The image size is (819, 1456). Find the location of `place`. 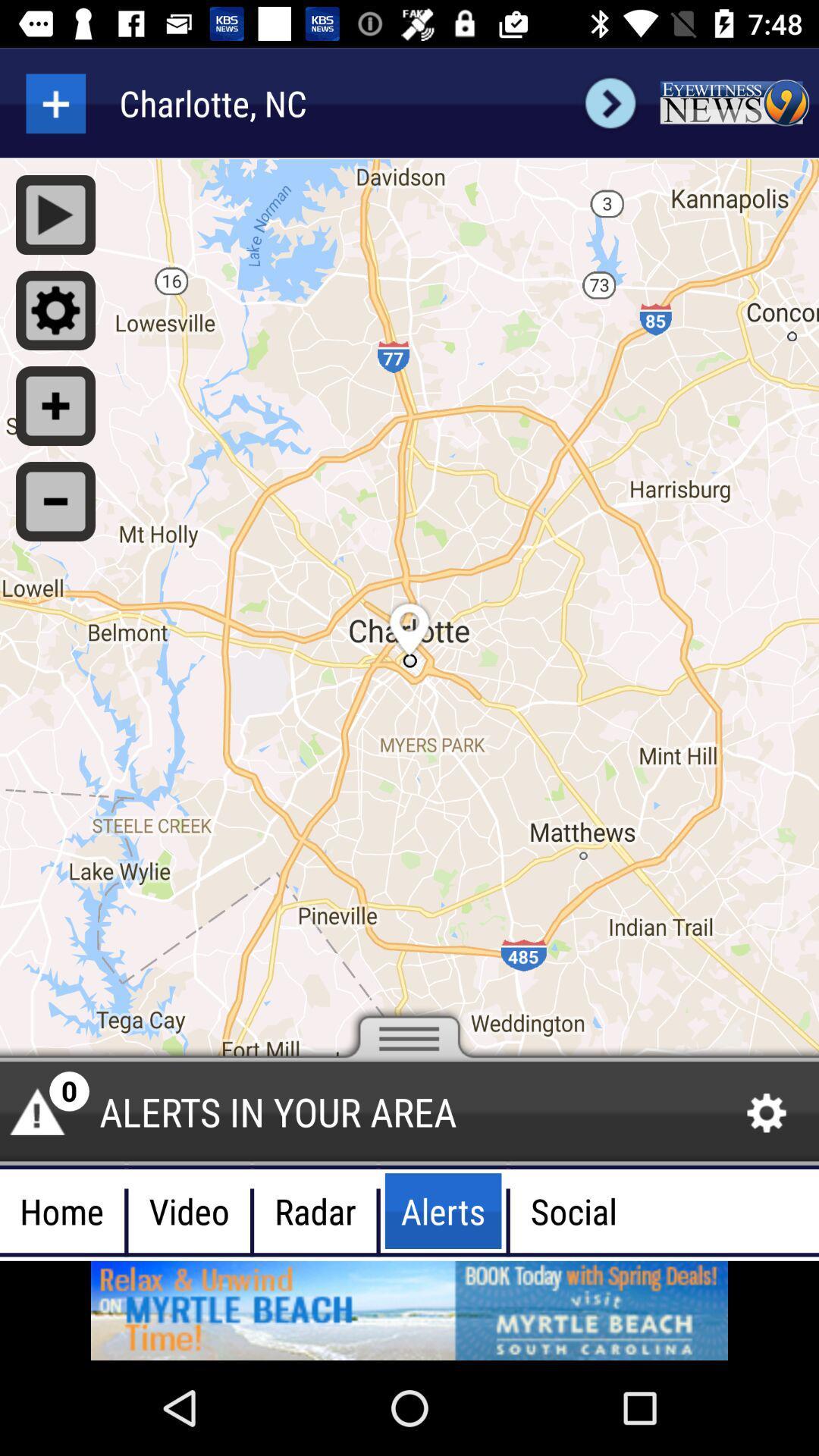

place is located at coordinates (55, 102).